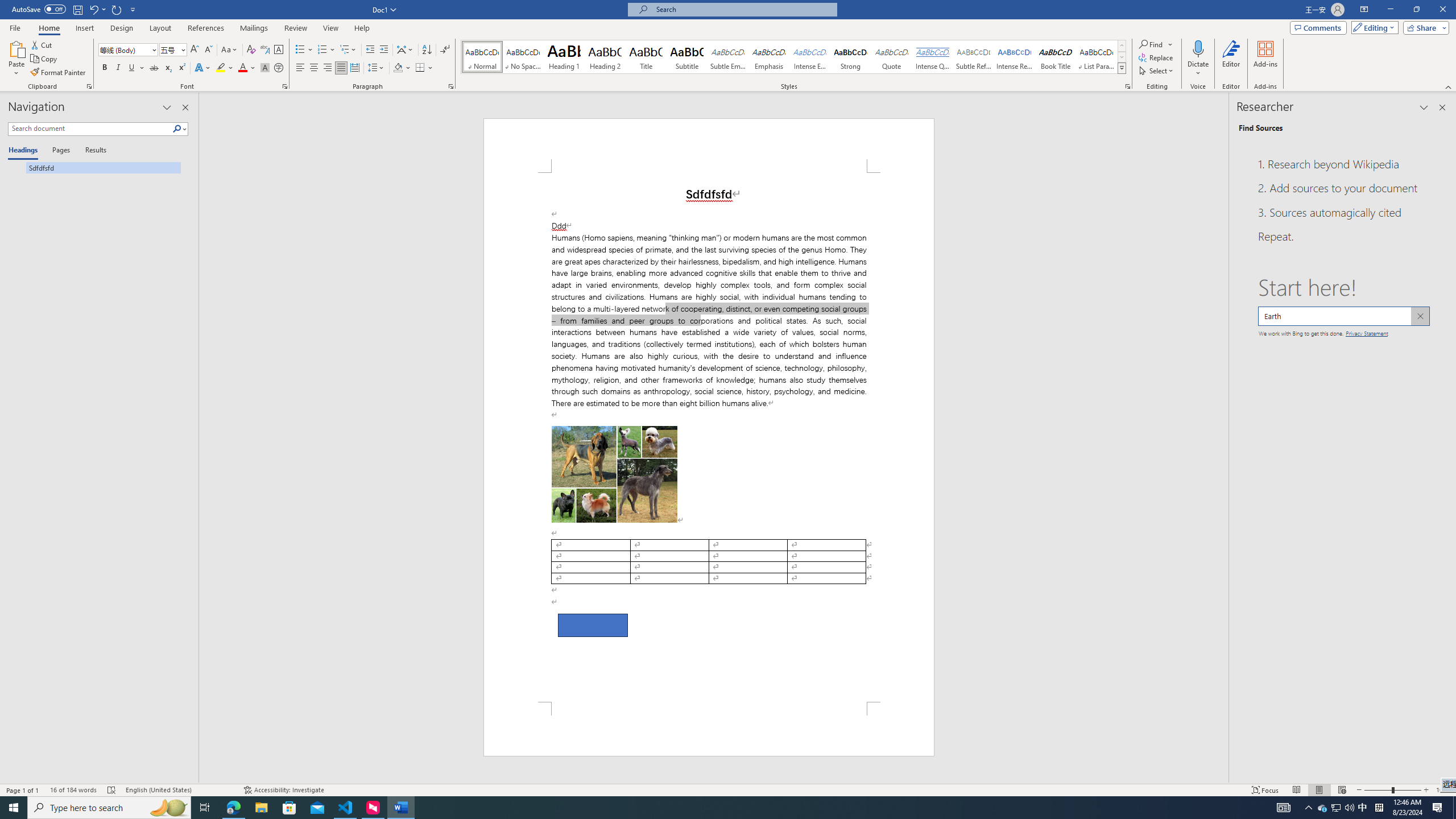 The height and width of the screenshot is (819, 1456). What do you see at coordinates (136, 67) in the screenshot?
I see `'Underline'` at bounding box center [136, 67].